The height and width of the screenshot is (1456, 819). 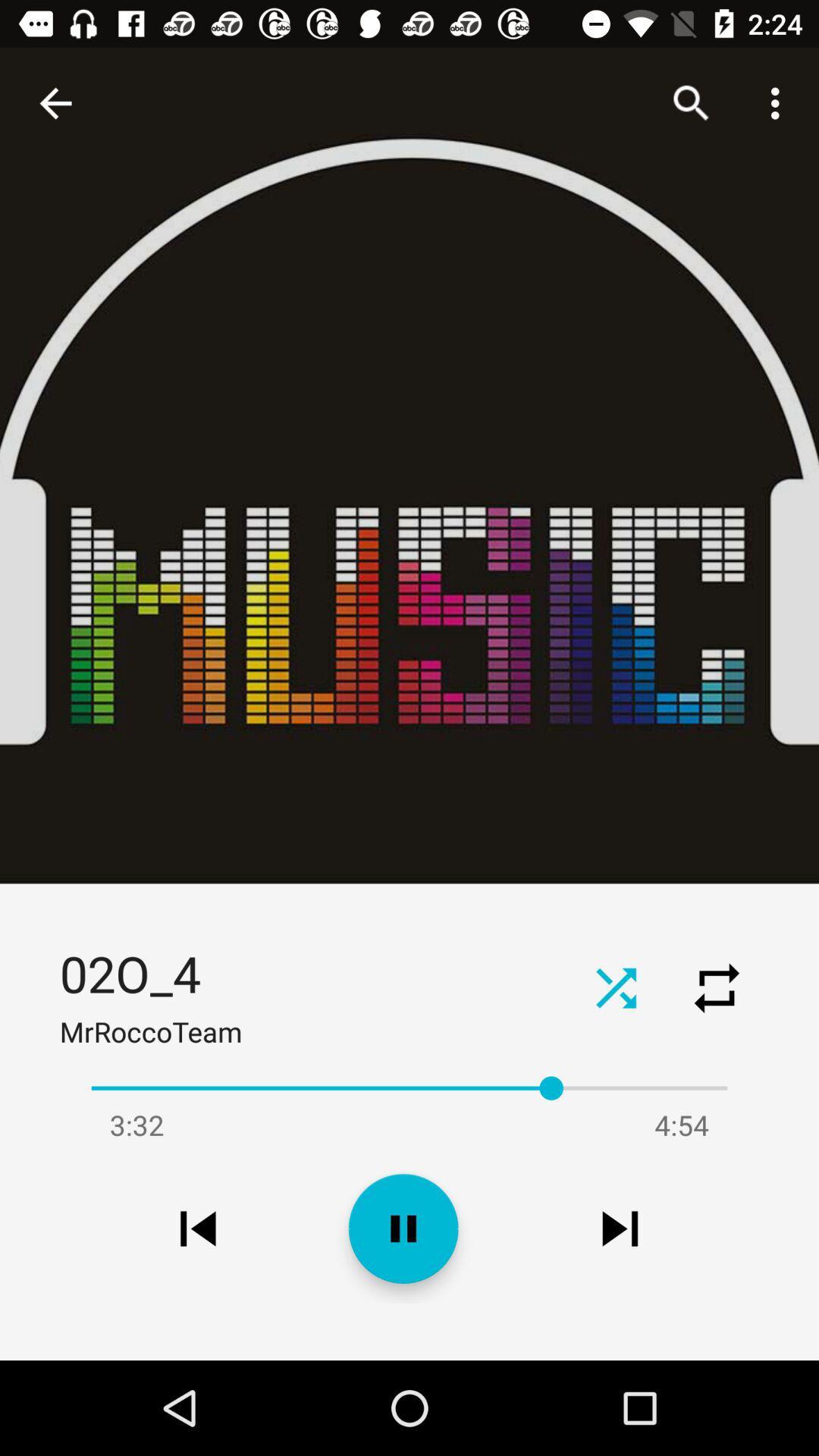 I want to click on the item above the 02o_4, so click(x=55, y=102).